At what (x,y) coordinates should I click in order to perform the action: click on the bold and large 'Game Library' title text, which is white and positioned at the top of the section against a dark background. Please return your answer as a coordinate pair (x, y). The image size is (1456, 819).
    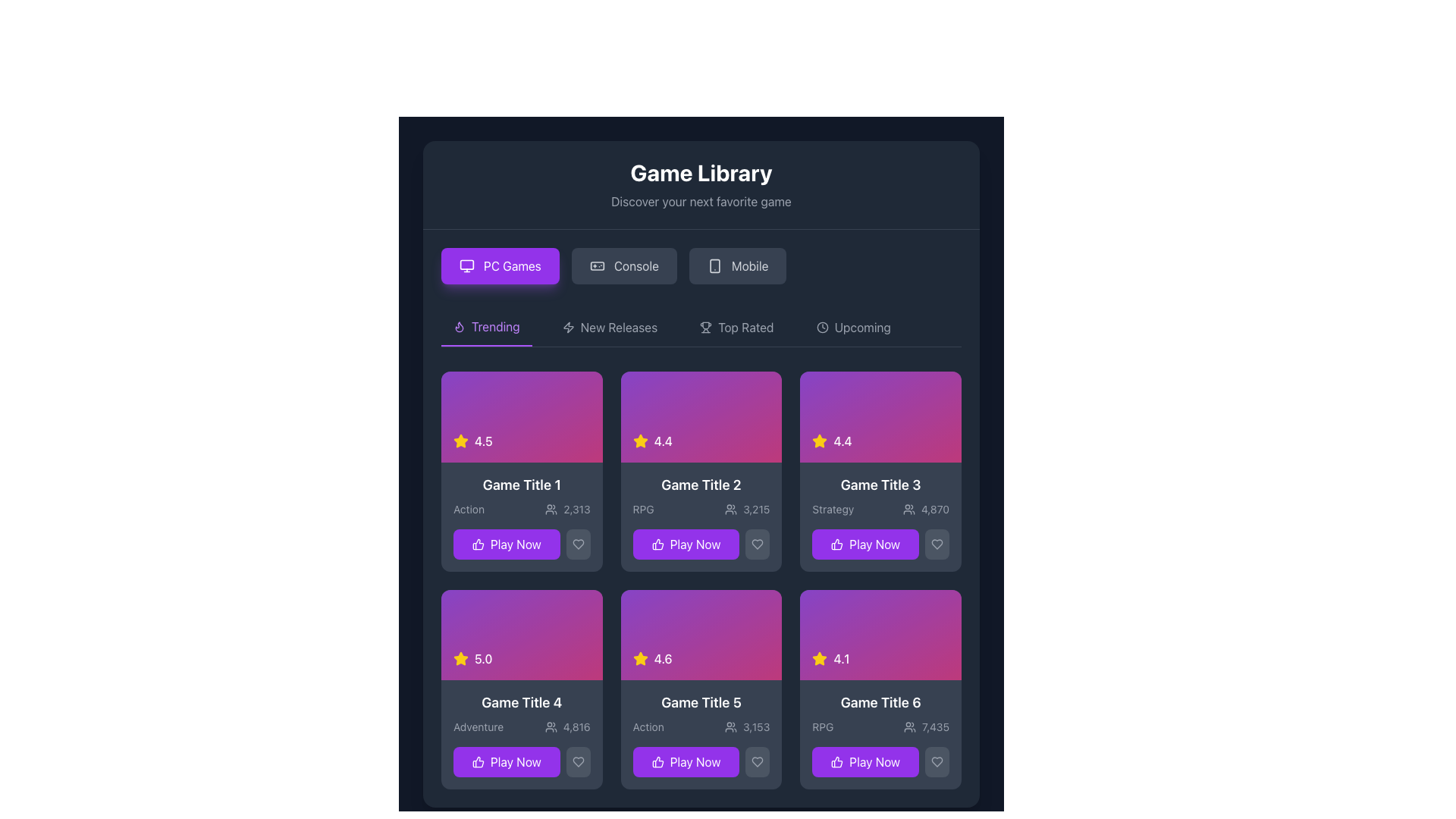
    Looking at the image, I should click on (701, 171).